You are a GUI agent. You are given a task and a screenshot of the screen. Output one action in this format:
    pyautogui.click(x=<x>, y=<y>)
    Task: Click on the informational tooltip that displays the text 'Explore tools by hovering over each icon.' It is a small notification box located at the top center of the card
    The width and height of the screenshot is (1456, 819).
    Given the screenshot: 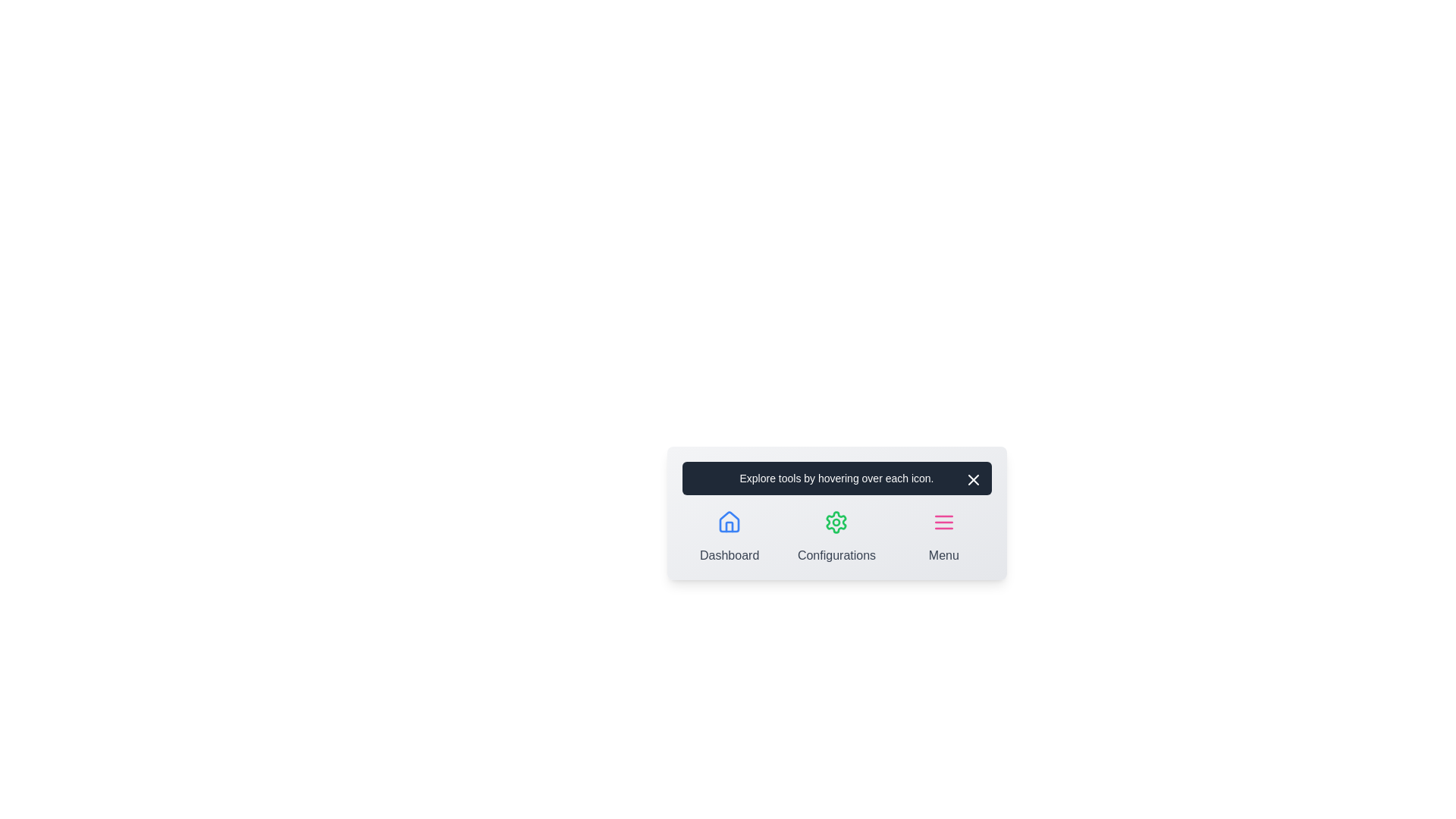 What is the action you would take?
    pyautogui.click(x=836, y=479)
    